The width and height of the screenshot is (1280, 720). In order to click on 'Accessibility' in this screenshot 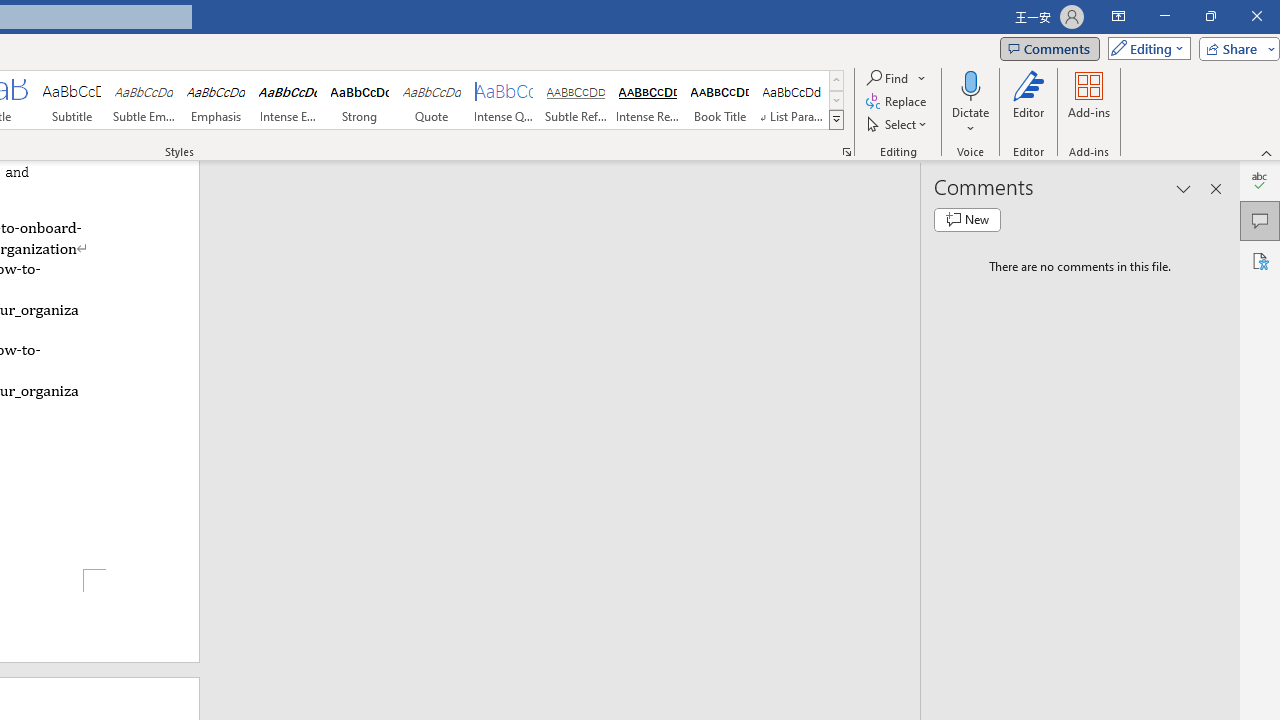, I will do `click(1259, 260)`.